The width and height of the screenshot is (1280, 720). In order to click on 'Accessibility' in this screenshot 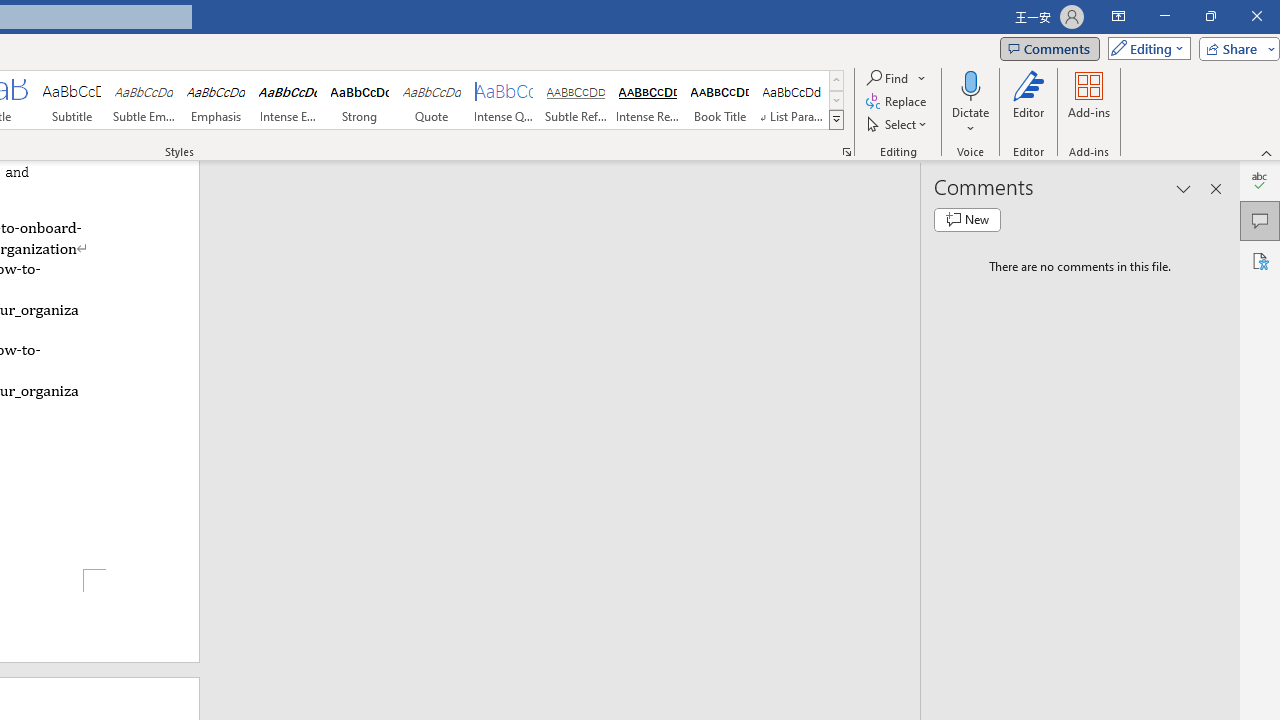, I will do `click(1259, 260)`.